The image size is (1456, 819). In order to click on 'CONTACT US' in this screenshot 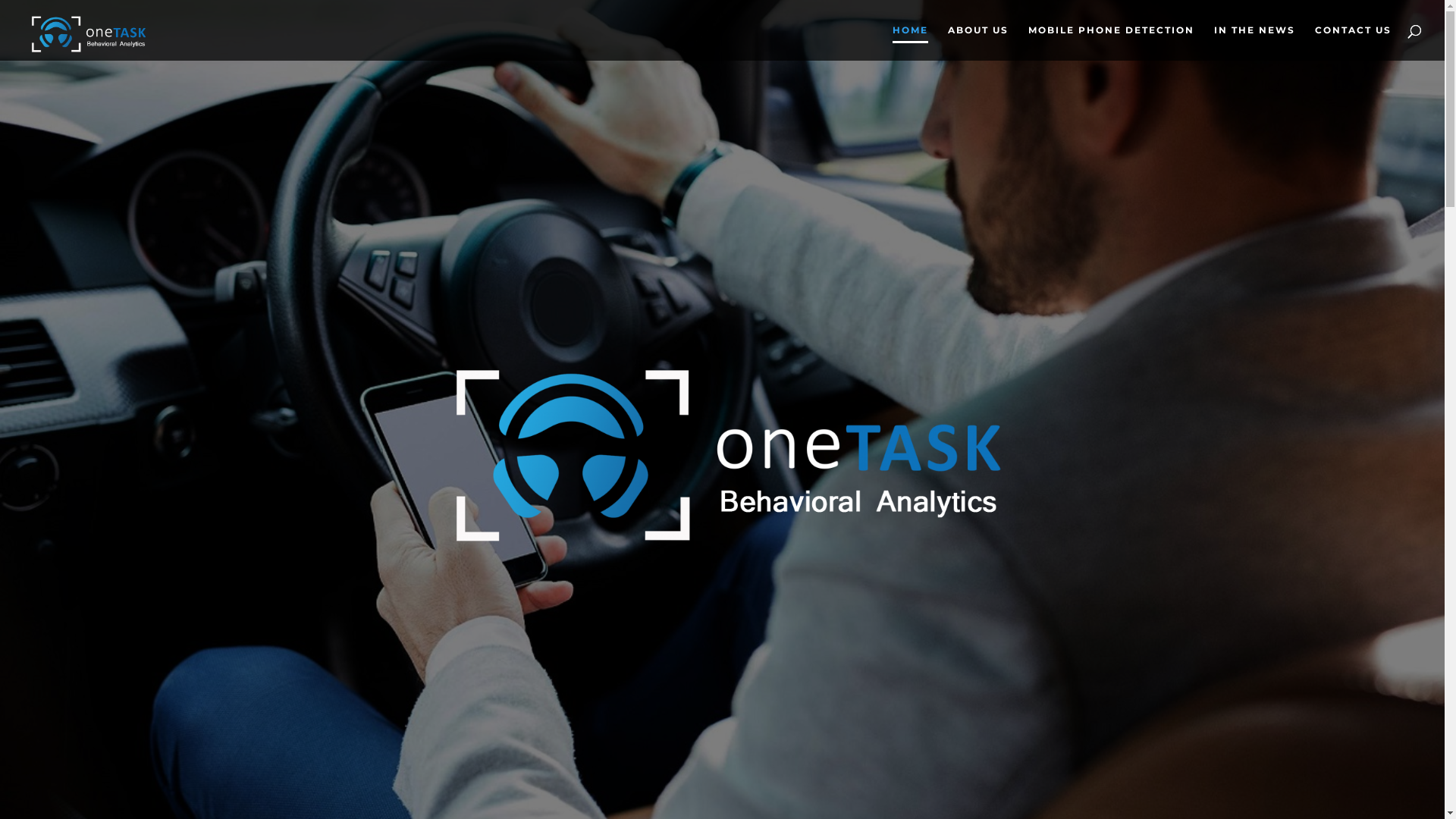, I will do `click(1353, 42)`.